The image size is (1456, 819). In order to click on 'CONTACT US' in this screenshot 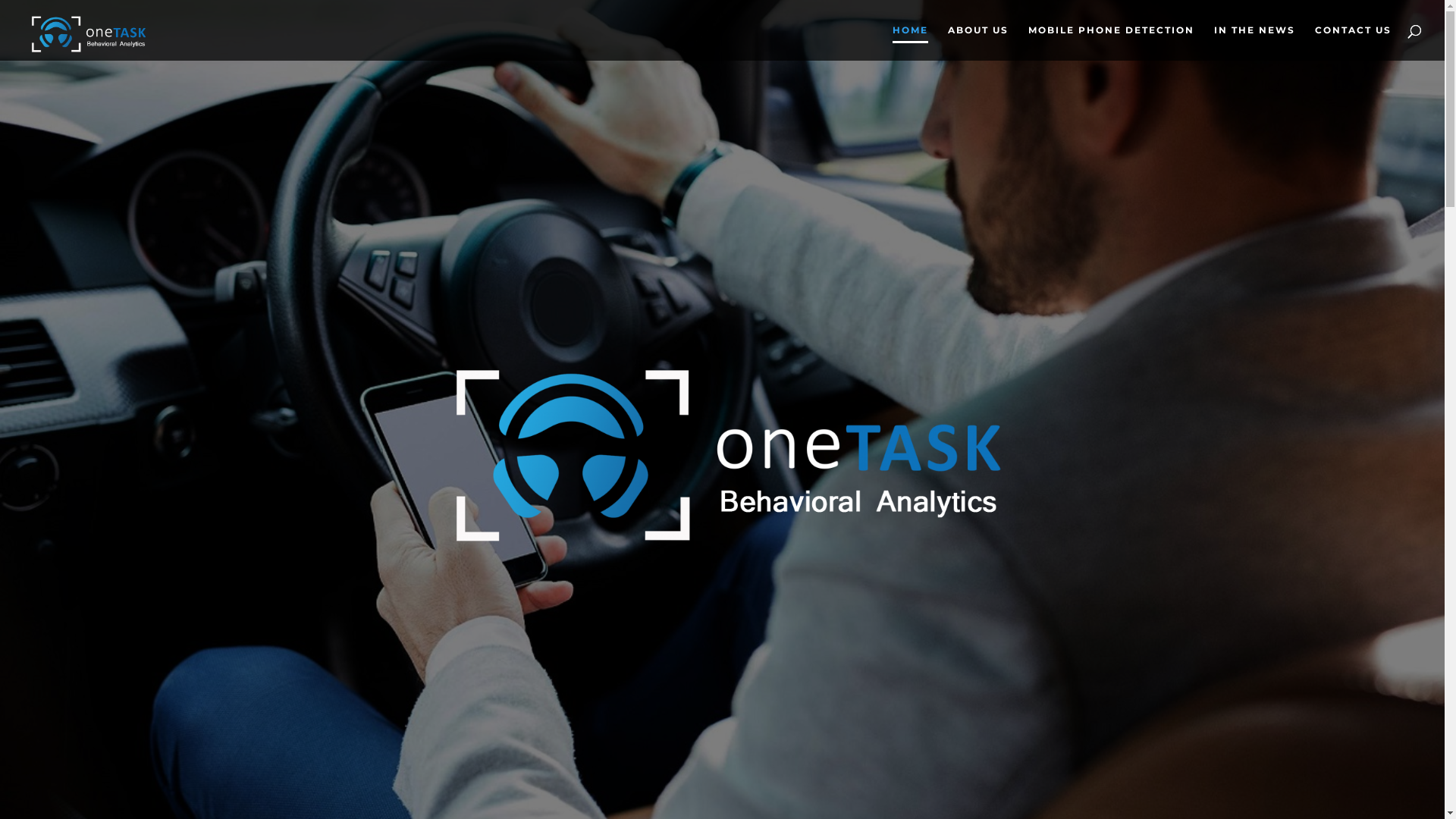, I will do `click(1353, 42)`.